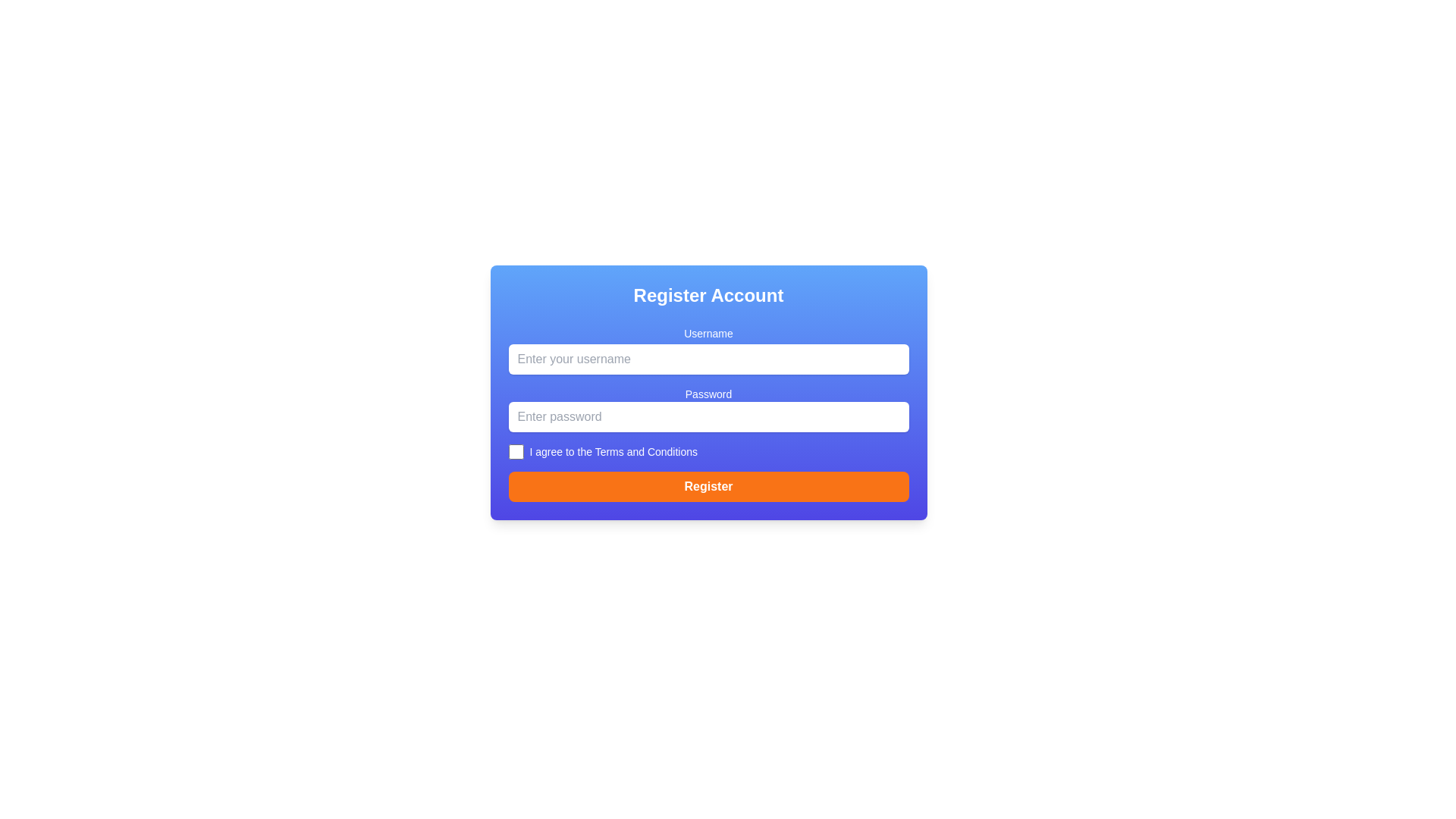 This screenshot has height=819, width=1456. What do you see at coordinates (708, 295) in the screenshot?
I see `the Static Text Header that serves as the title for the registration form, which is located at the top of the rounded rectangular card with a gradient blue background` at bounding box center [708, 295].